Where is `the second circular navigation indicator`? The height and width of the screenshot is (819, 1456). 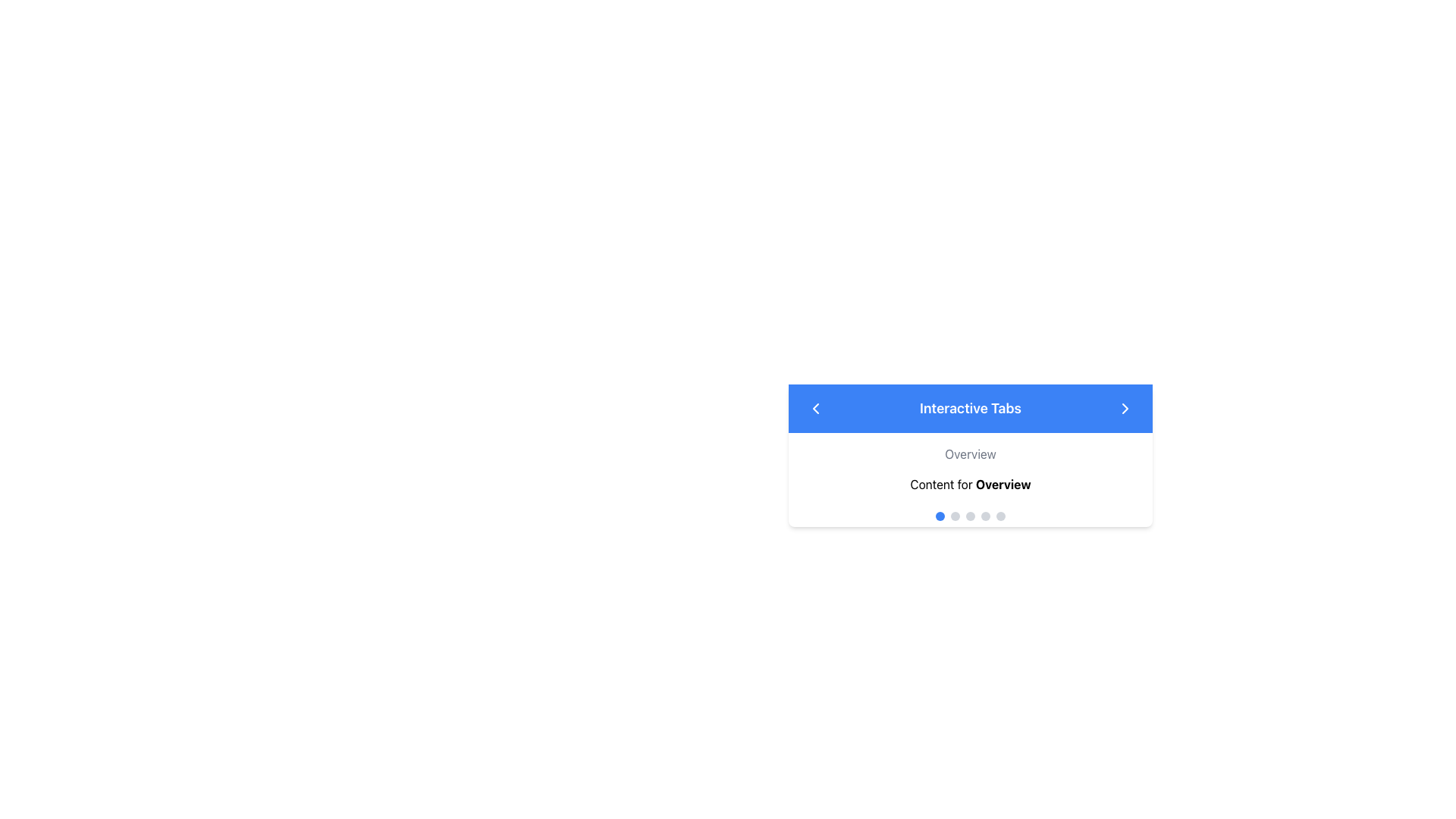 the second circular navigation indicator is located at coordinates (954, 516).